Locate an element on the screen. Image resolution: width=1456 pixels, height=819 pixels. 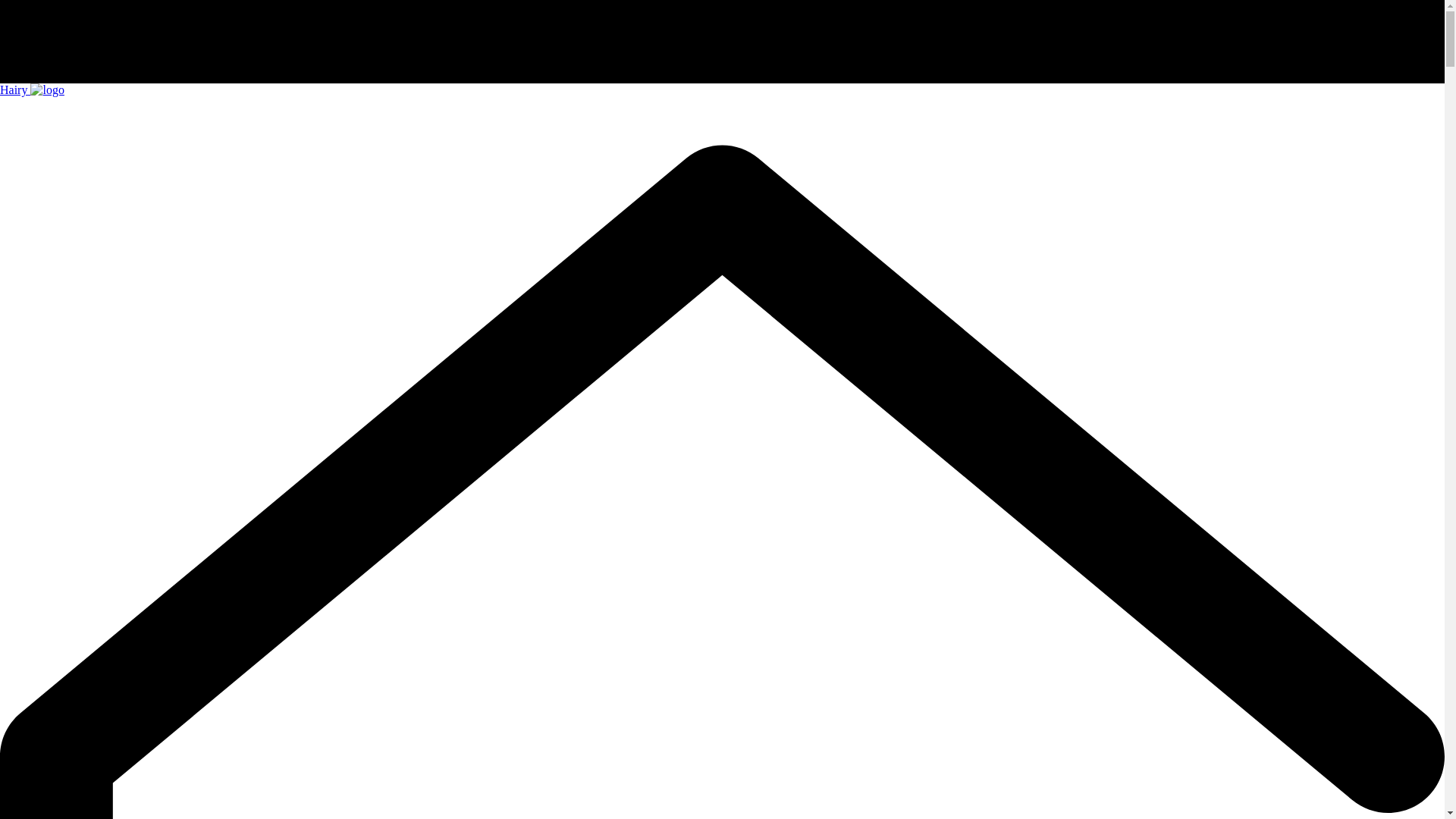
'Hairy' is located at coordinates (32, 89).